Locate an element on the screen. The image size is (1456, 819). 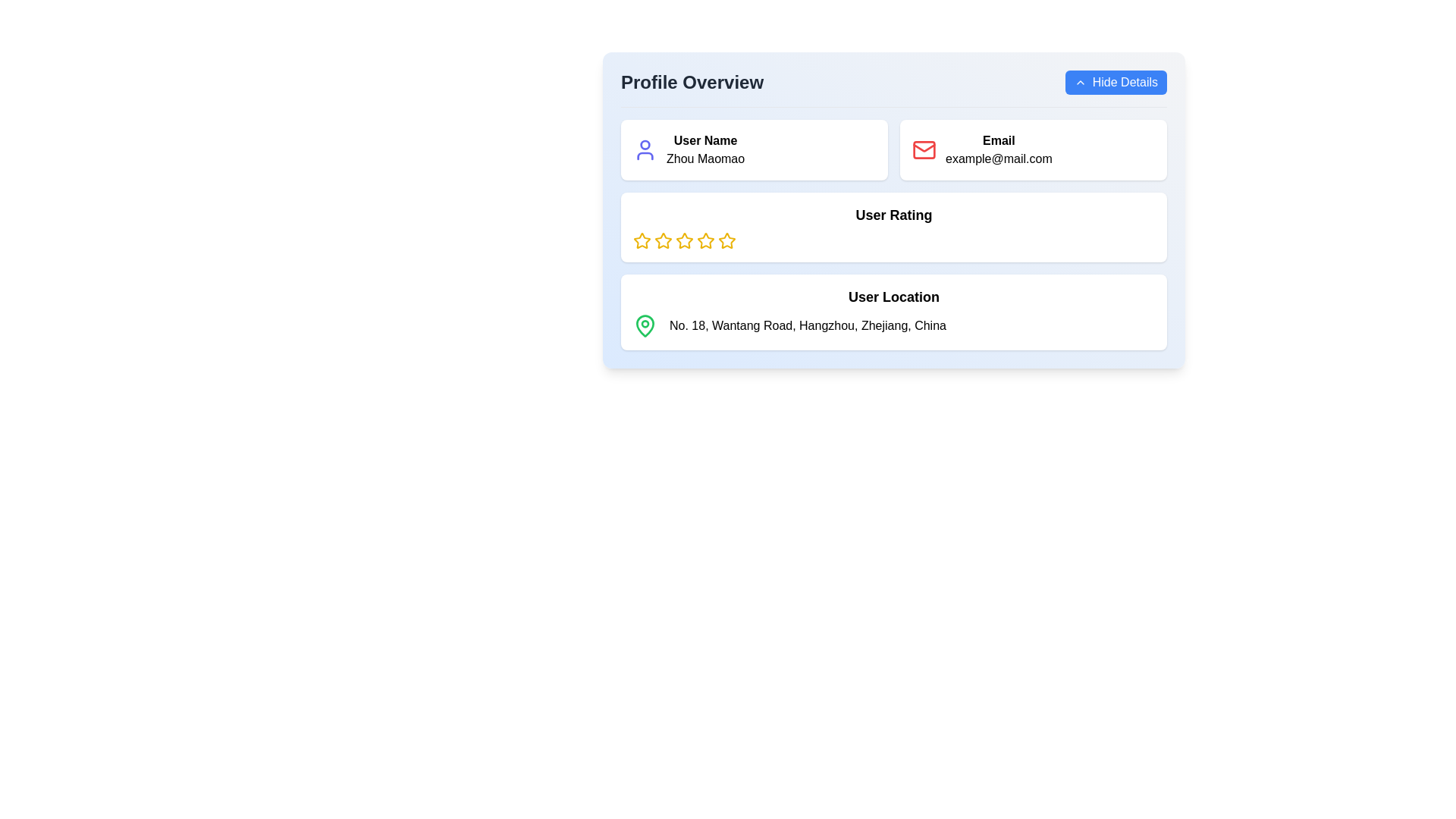
the pin or location marker icon located at the bottom-left of the 'User Location' section in the profile overview interface if it is interactive is located at coordinates (645, 324).